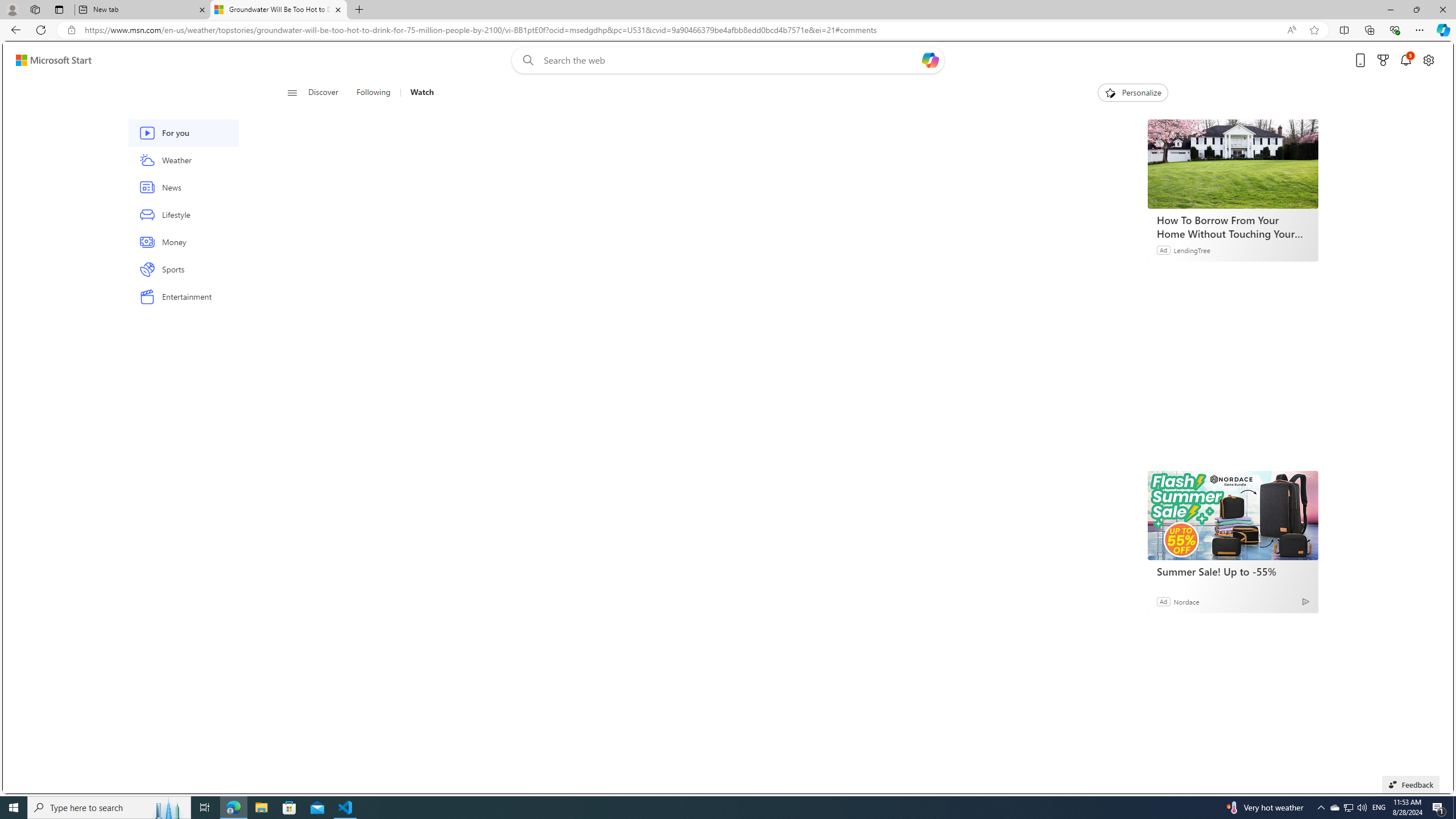 The image size is (1456, 819). I want to click on 'Microsoft rewards', so click(1383, 60).